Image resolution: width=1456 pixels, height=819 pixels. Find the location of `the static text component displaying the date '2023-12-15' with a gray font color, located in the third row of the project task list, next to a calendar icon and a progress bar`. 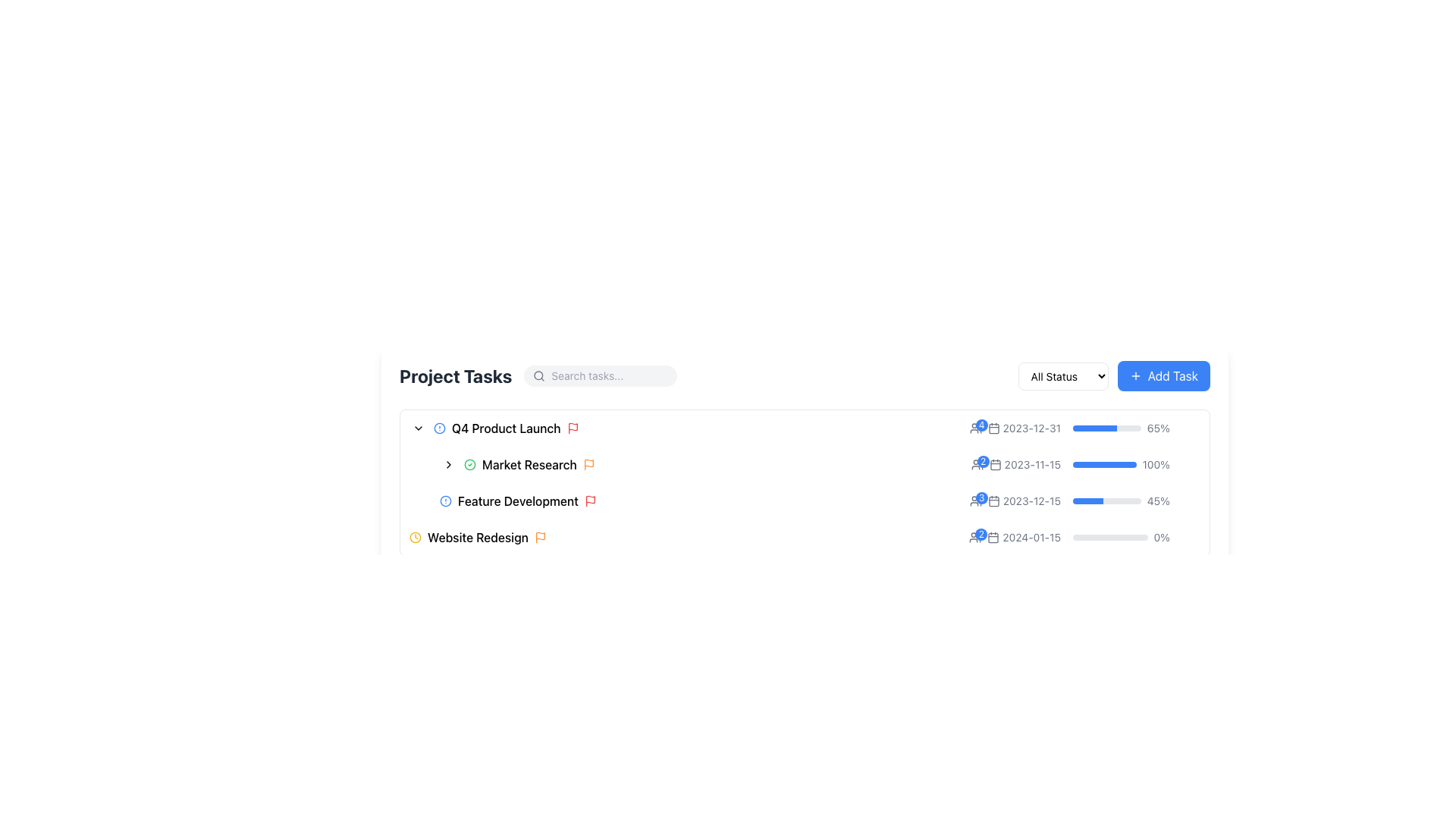

the static text component displaying the date '2023-12-15' with a gray font color, located in the third row of the project task list, next to a calendar icon and a progress bar is located at coordinates (1024, 500).